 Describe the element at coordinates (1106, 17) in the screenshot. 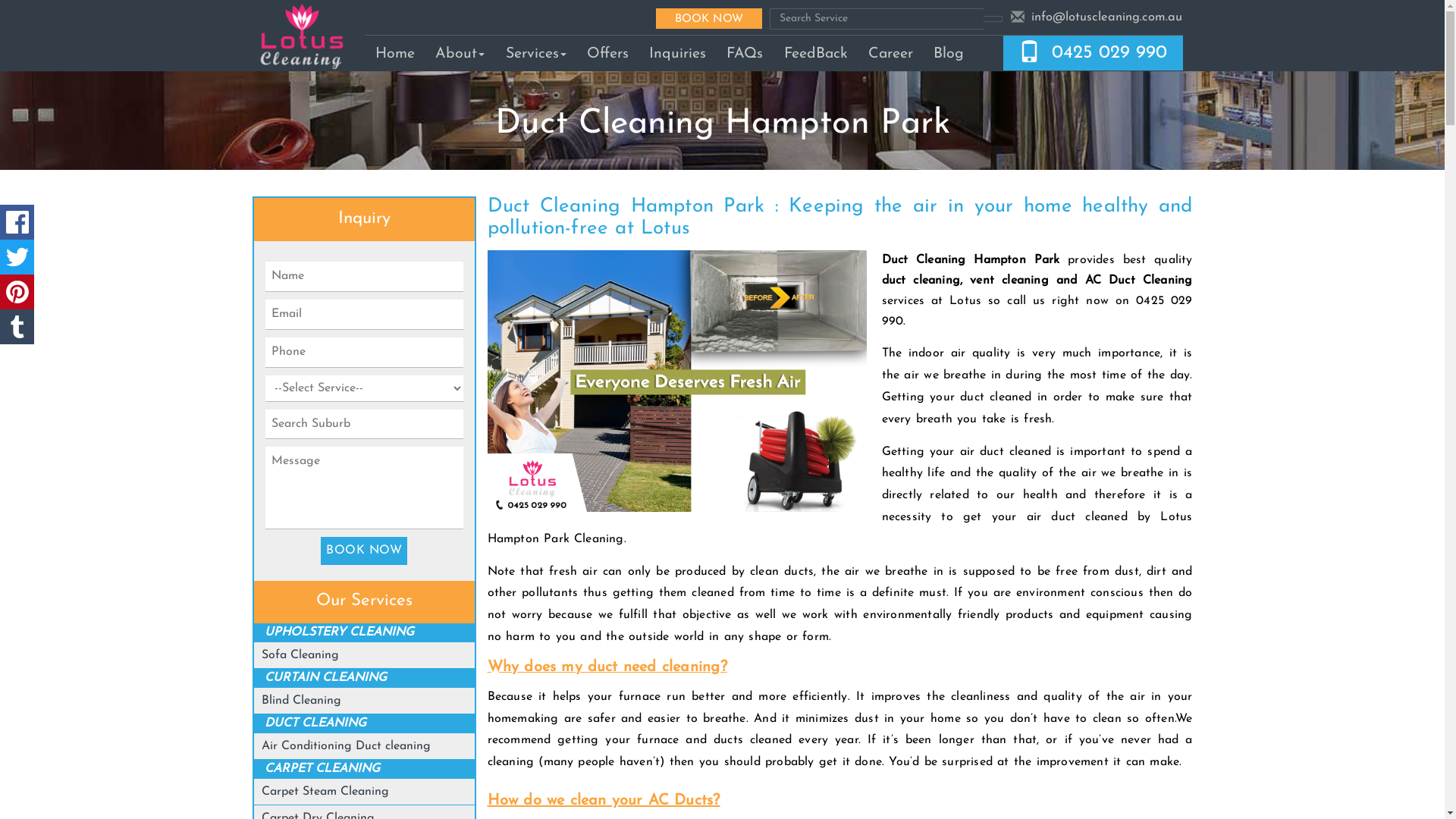

I see `'info@lotuscleaning.com.au'` at that location.